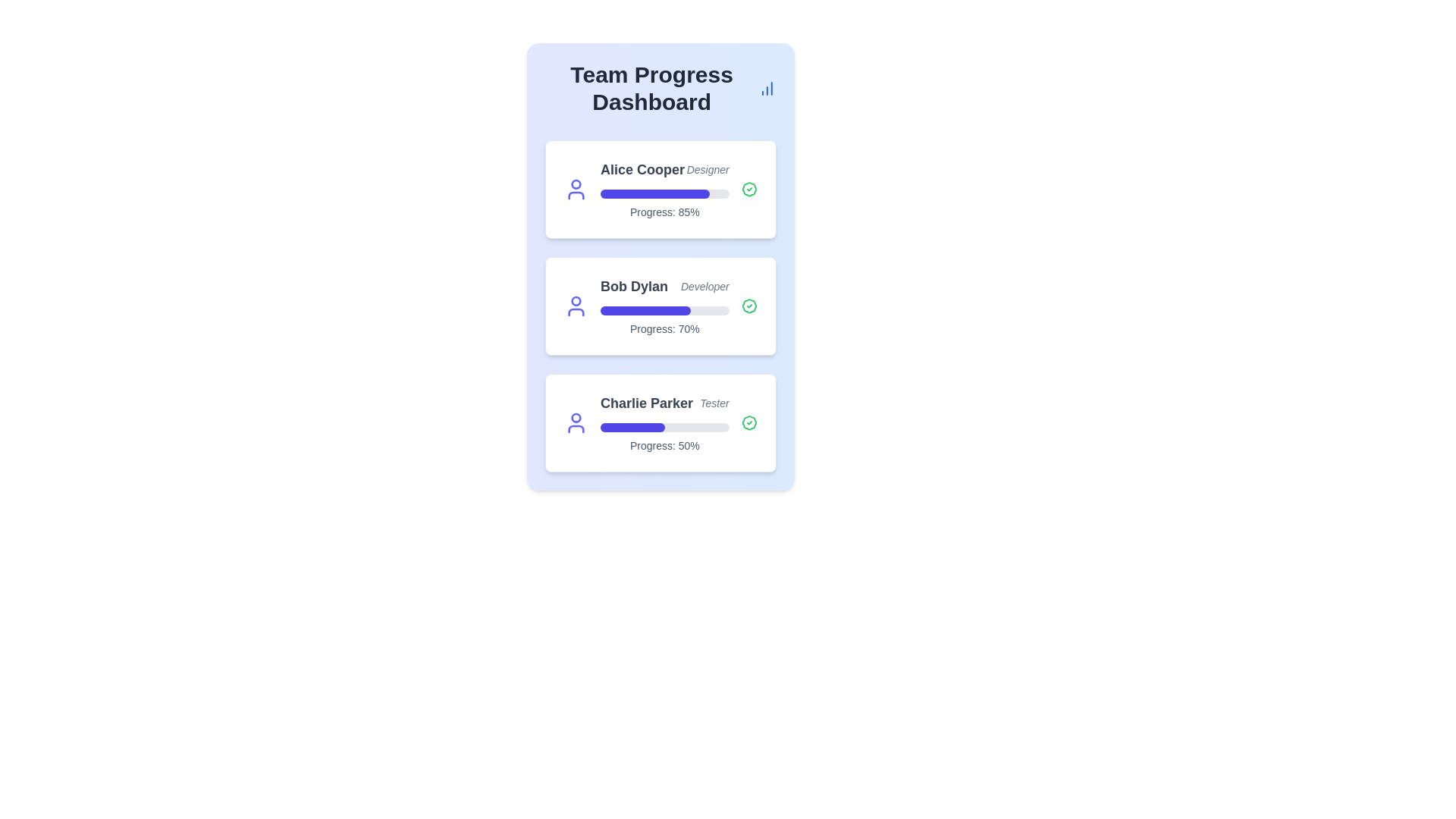 The height and width of the screenshot is (819, 1456). Describe the element at coordinates (642, 169) in the screenshot. I see `the text label displaying the name of an individual at the top of the first card in the 'Team Progress Dashboard'` at that location.